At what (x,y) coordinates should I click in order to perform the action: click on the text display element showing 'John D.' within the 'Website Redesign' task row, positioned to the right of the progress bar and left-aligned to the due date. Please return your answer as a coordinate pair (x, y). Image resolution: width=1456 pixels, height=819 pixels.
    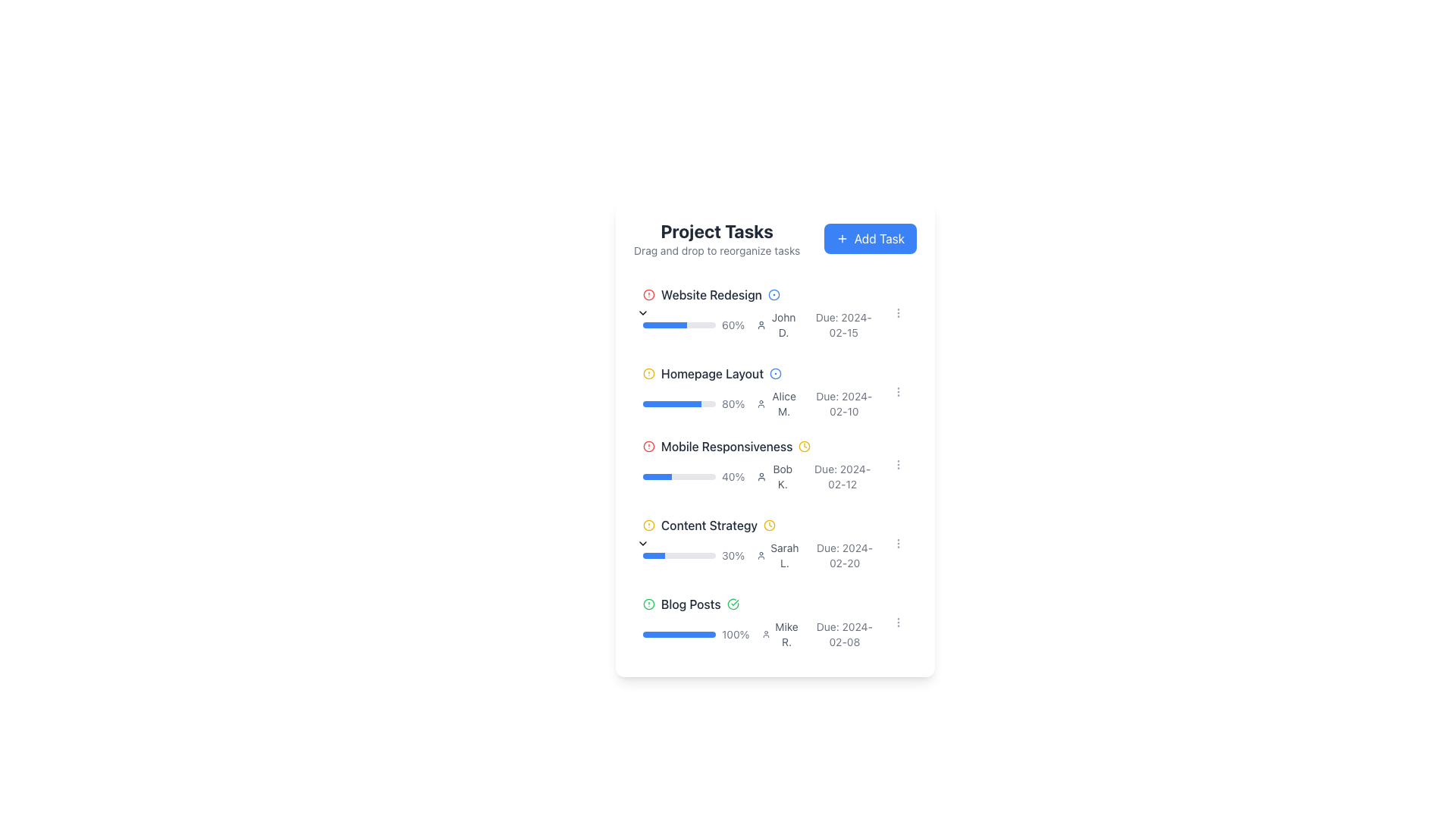
    Looking at the image, I should click on (783, 324).